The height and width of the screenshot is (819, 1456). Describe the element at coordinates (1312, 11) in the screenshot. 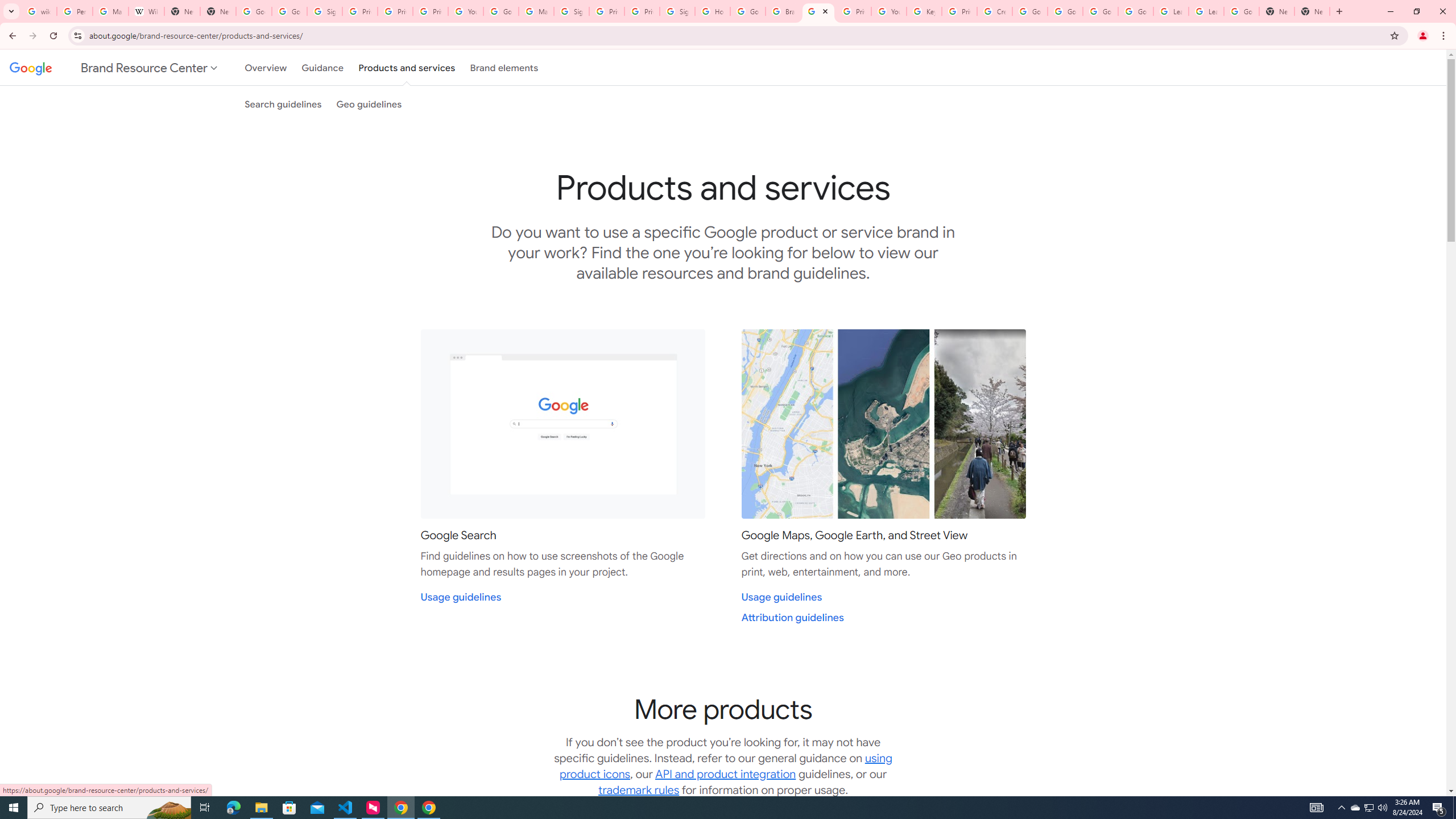

I see `'New Tab'` at that location.